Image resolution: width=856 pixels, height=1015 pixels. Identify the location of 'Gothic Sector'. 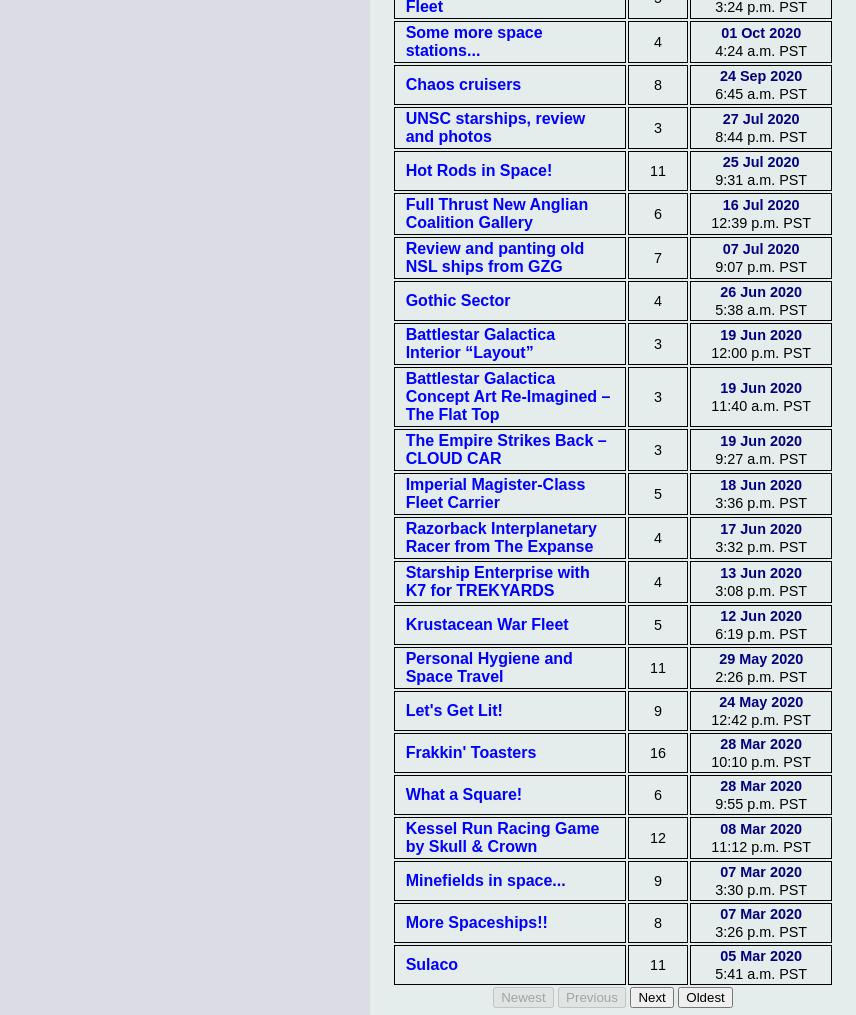
(457, 299).